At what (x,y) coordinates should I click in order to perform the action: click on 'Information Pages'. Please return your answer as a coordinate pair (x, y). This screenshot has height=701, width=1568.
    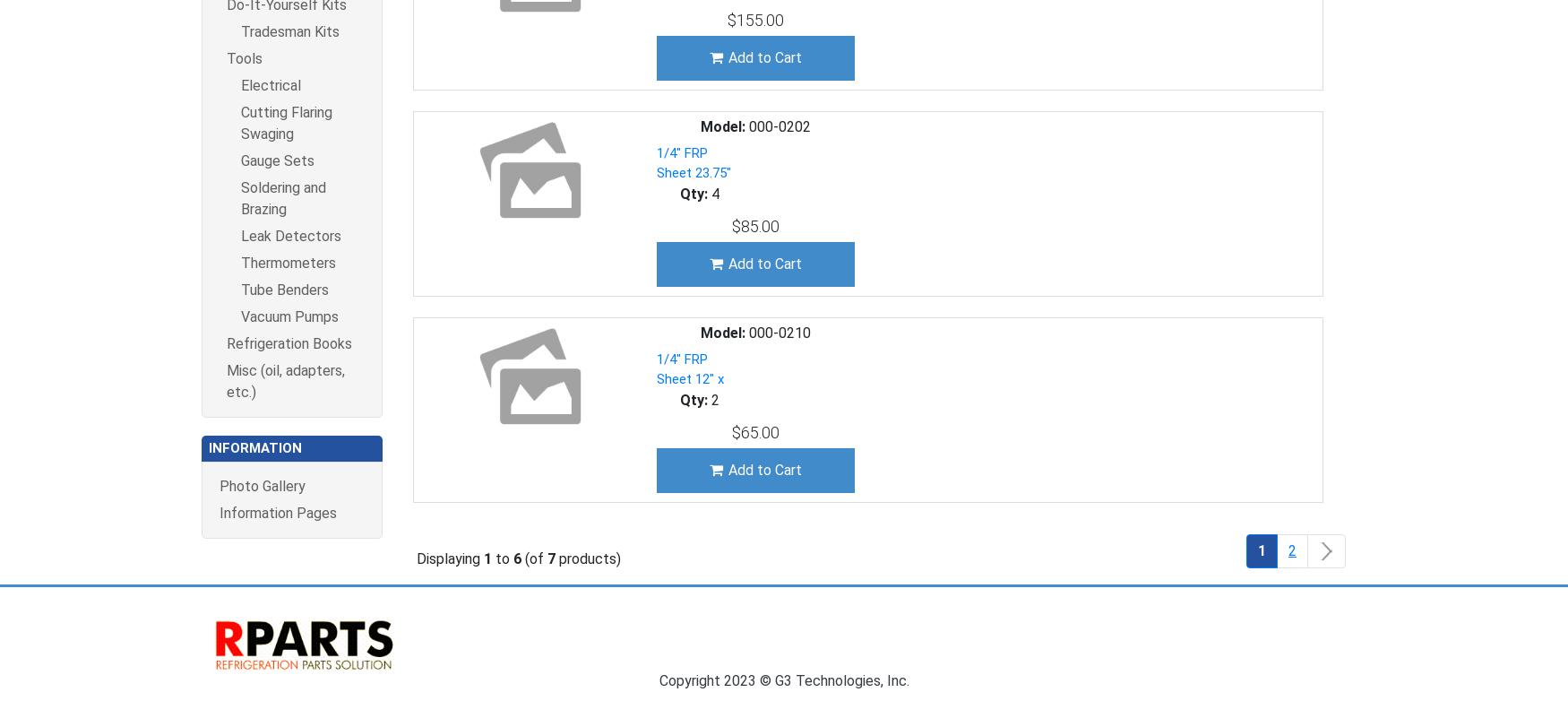
    Looking at the image, I should click on (277, 512).